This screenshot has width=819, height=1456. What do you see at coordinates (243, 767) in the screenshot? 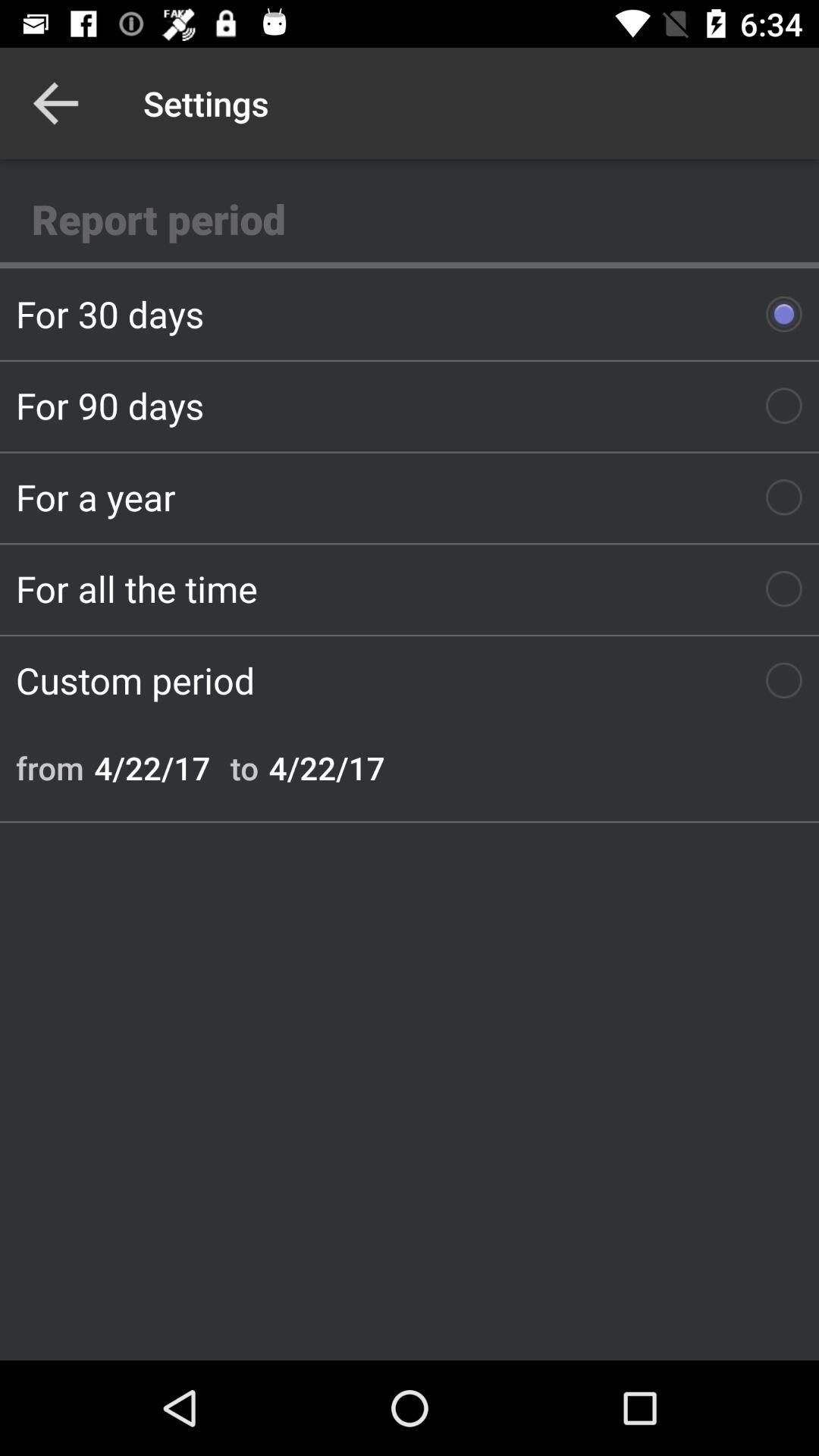
I see `the icon to the left of 4/22/17 icon` at bounding box center [243, 767].